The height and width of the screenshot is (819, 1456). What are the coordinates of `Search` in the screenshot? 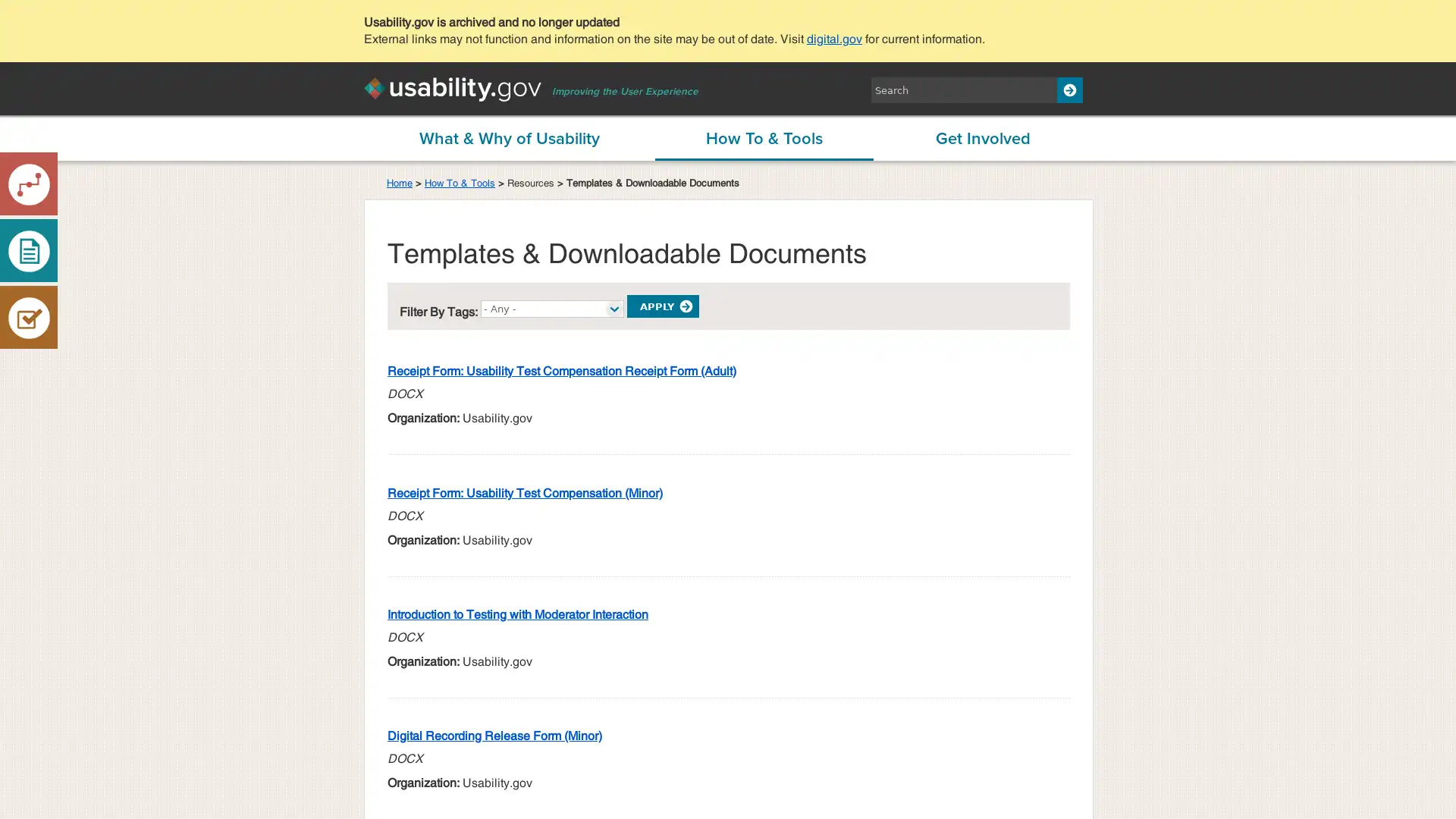 It's located at (1069, 90).